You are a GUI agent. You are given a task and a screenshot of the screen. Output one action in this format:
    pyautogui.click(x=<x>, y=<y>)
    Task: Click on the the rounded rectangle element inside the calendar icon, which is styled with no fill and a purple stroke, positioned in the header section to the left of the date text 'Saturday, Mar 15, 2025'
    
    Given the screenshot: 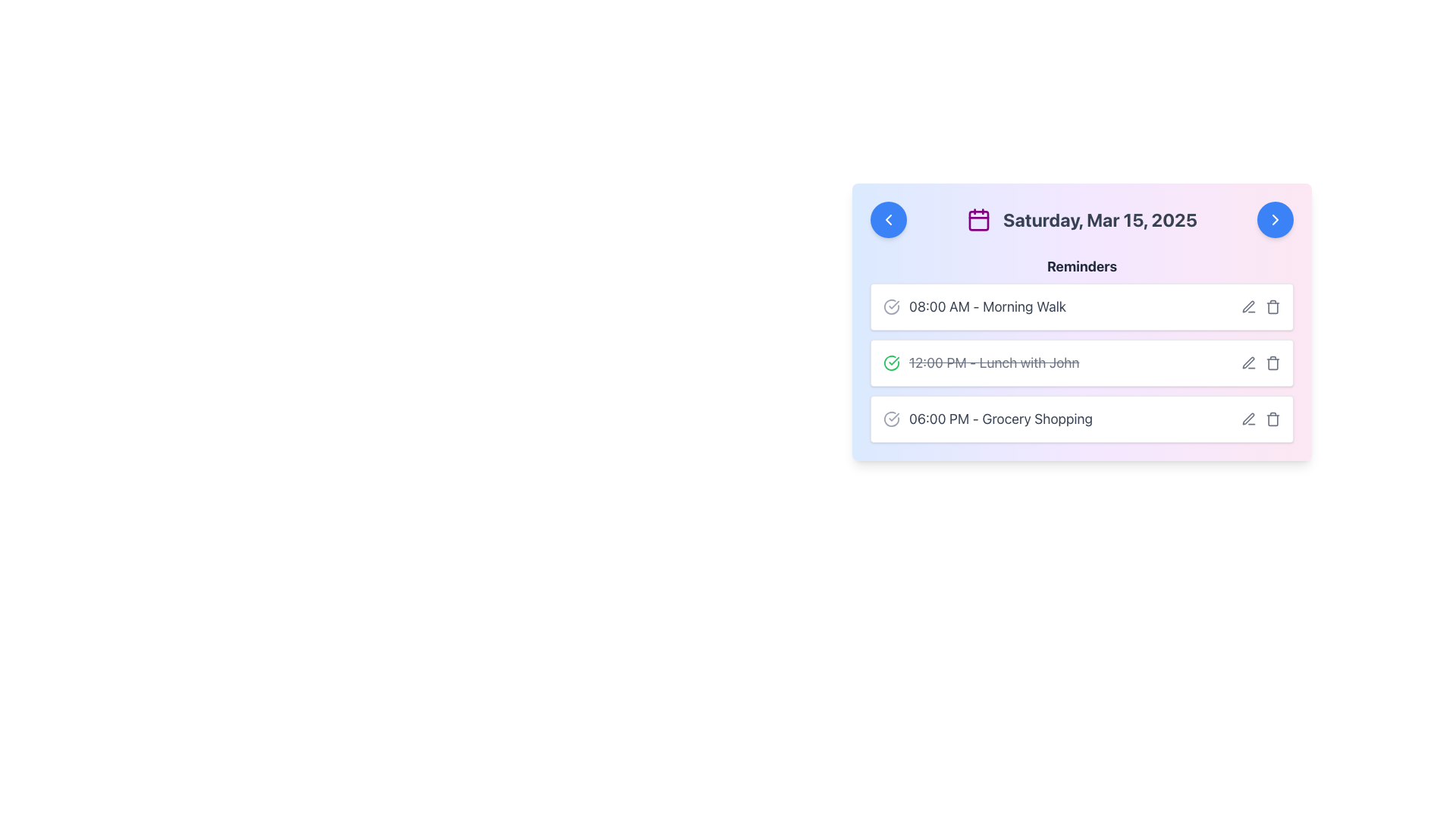 What is the action you would take?
    pyautogui.click(x=979, y=221)
    